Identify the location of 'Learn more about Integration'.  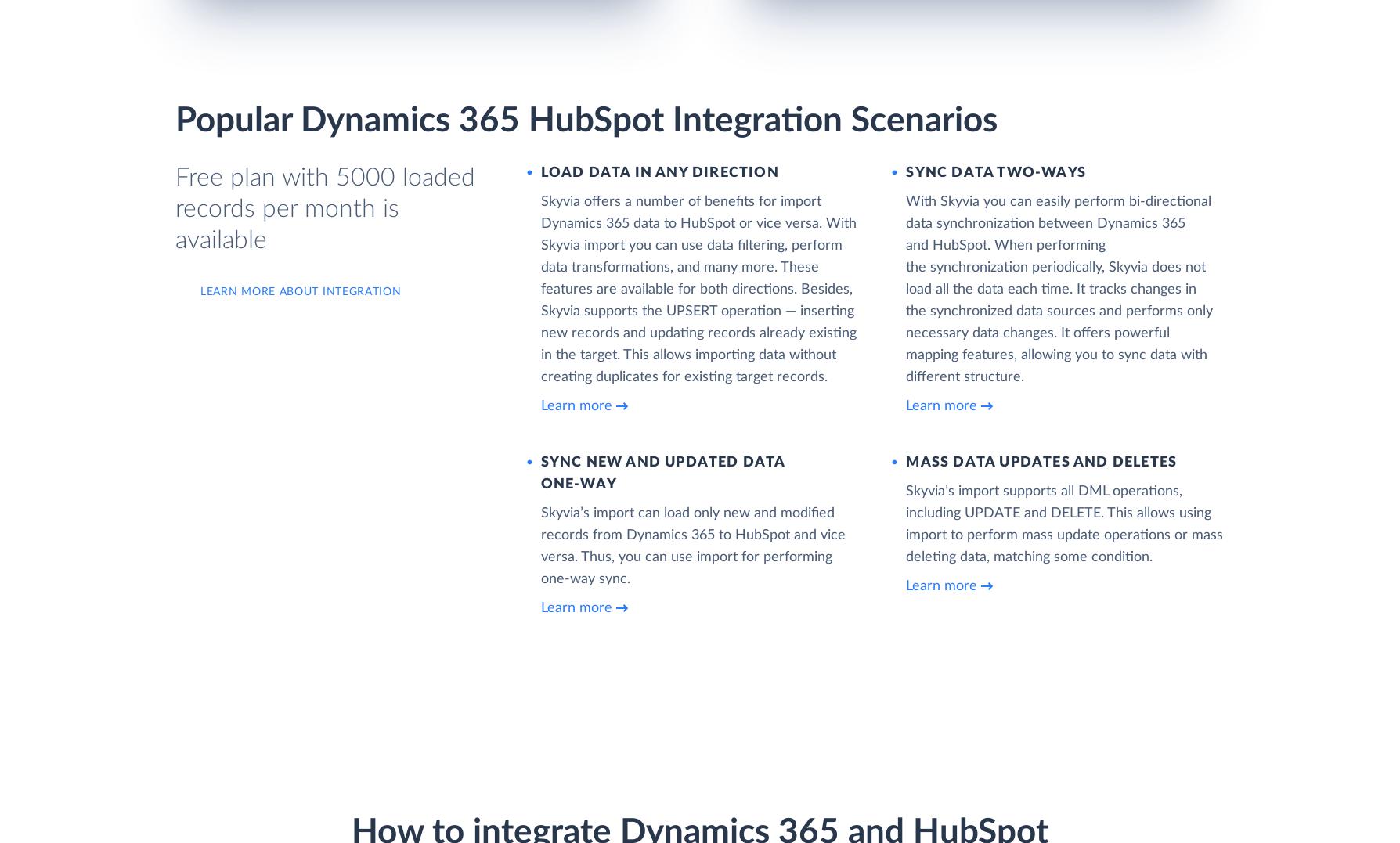
(300, 290).